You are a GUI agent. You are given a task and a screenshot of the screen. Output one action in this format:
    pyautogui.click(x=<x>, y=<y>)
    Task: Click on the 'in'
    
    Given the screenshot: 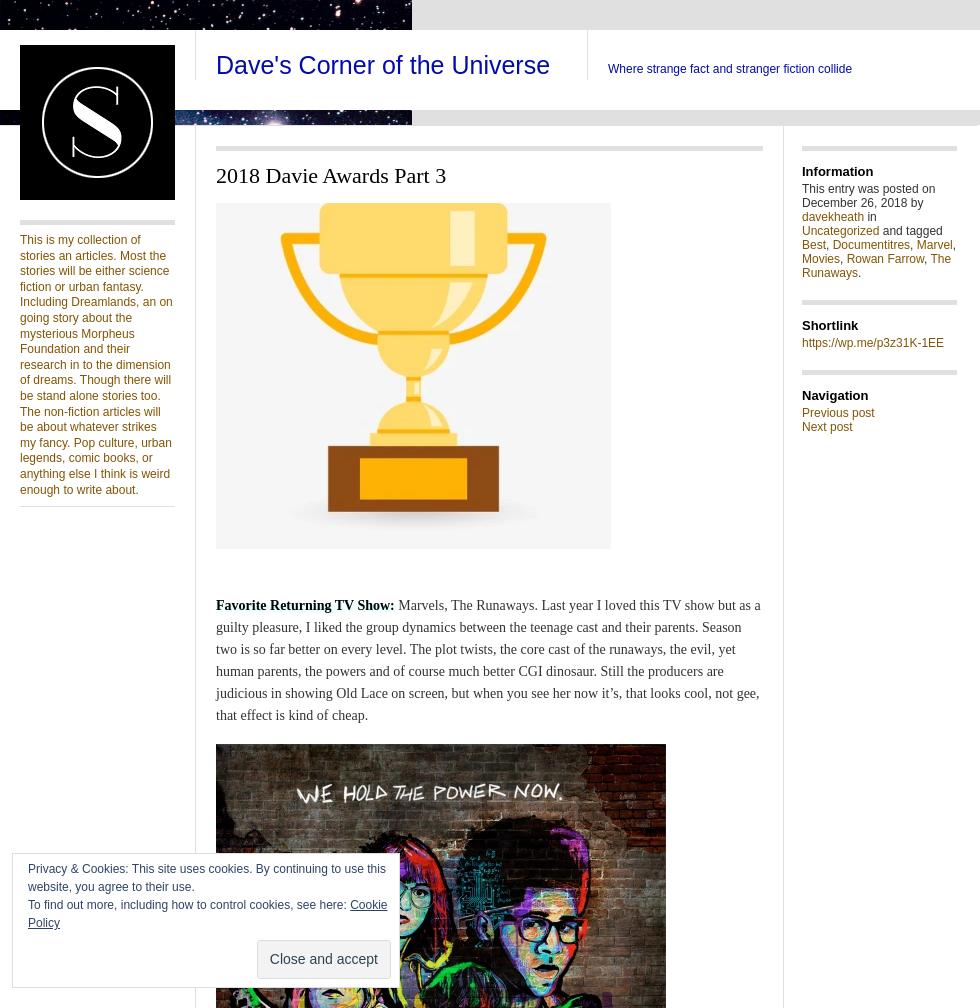 What is the action you would take?
    pyautogui.click(x=870, y=217)
    